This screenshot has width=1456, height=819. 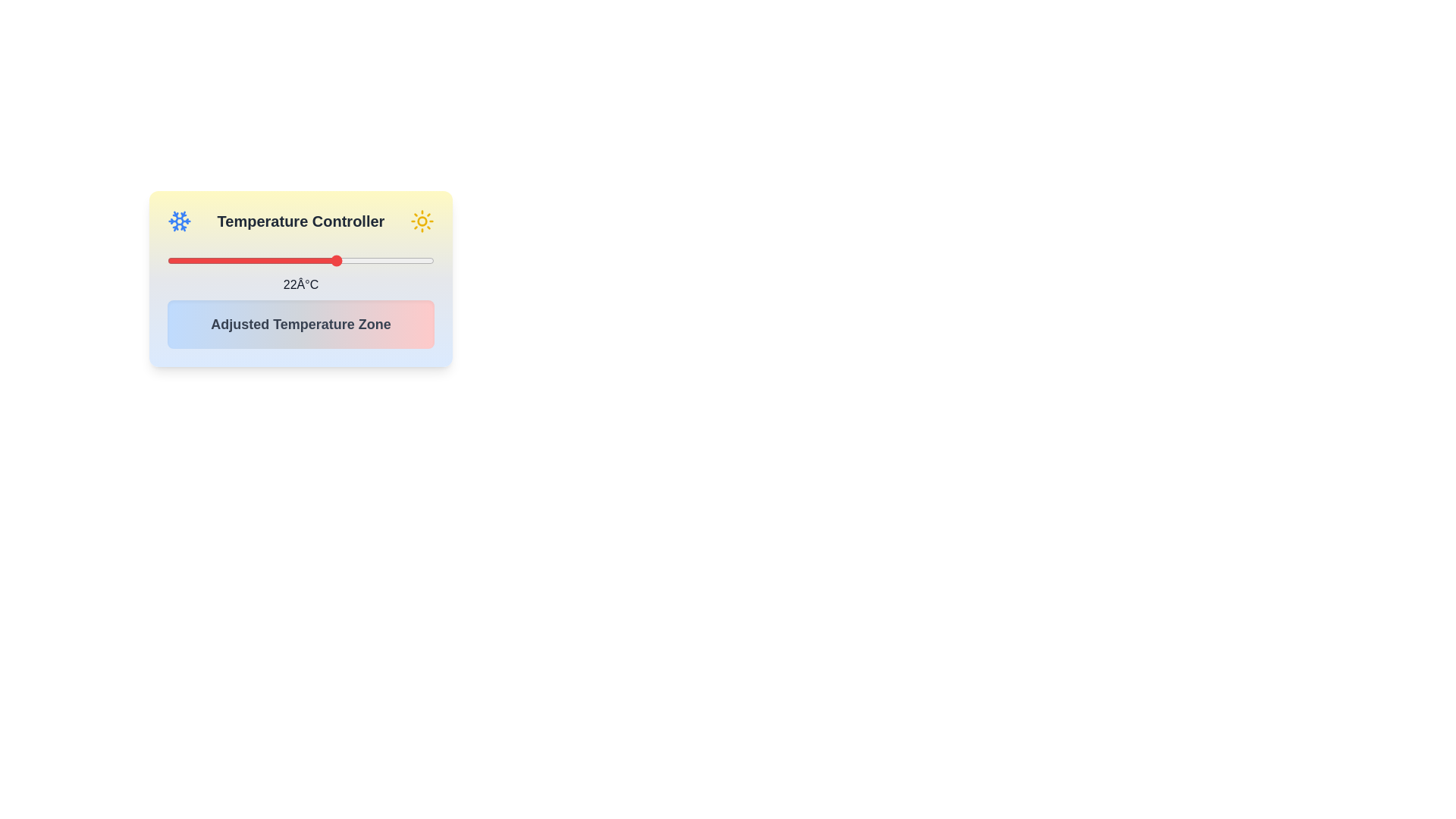 I want to click on the temperature slider, so click(x=268, y=259).